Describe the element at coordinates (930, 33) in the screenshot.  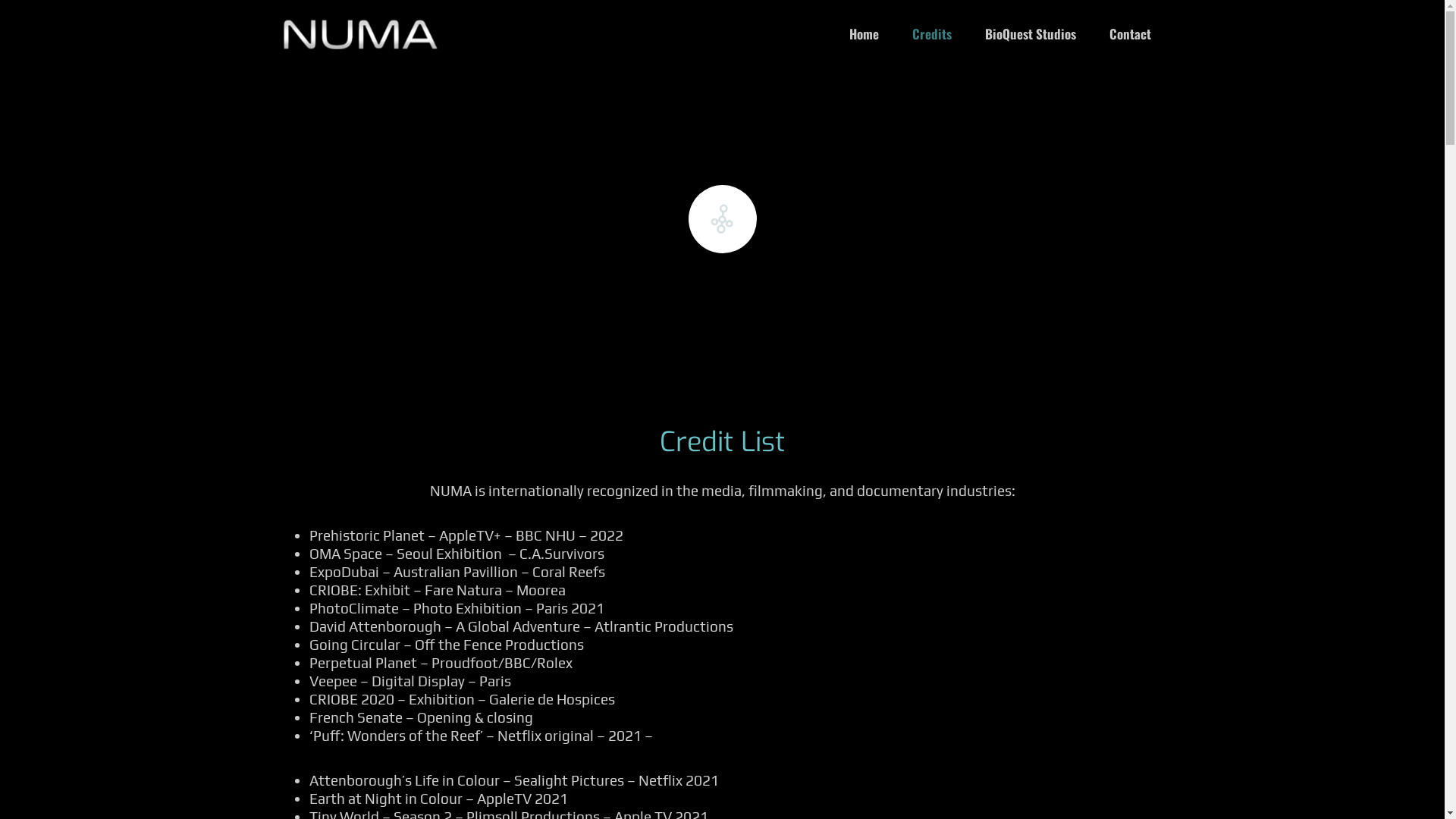
I see `'Credits'` at that location.